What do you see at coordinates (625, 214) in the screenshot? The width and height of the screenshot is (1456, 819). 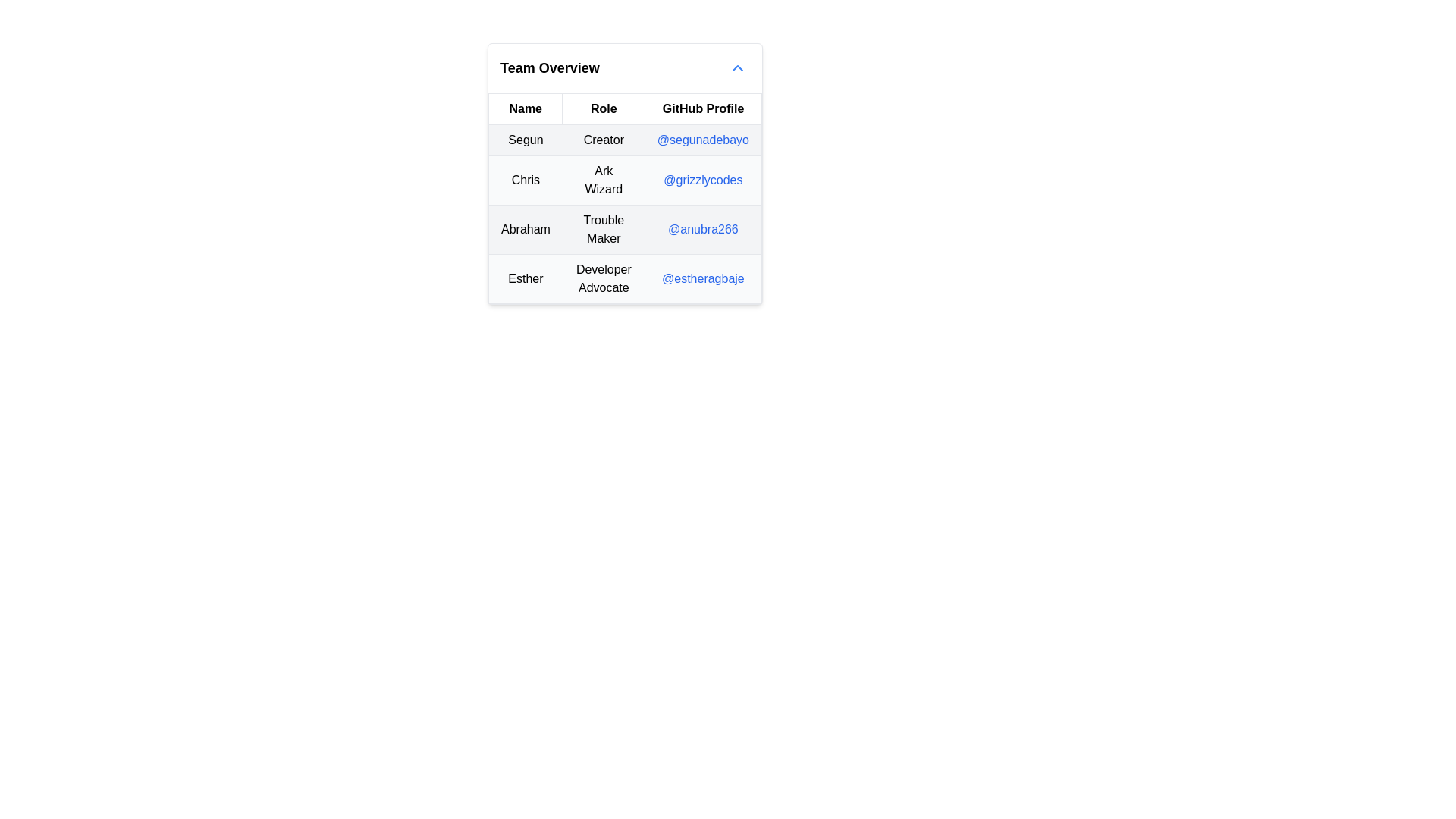 I see `the third data row in the Team Overview table that displays a team's member information` at bounding box center [625, 214].